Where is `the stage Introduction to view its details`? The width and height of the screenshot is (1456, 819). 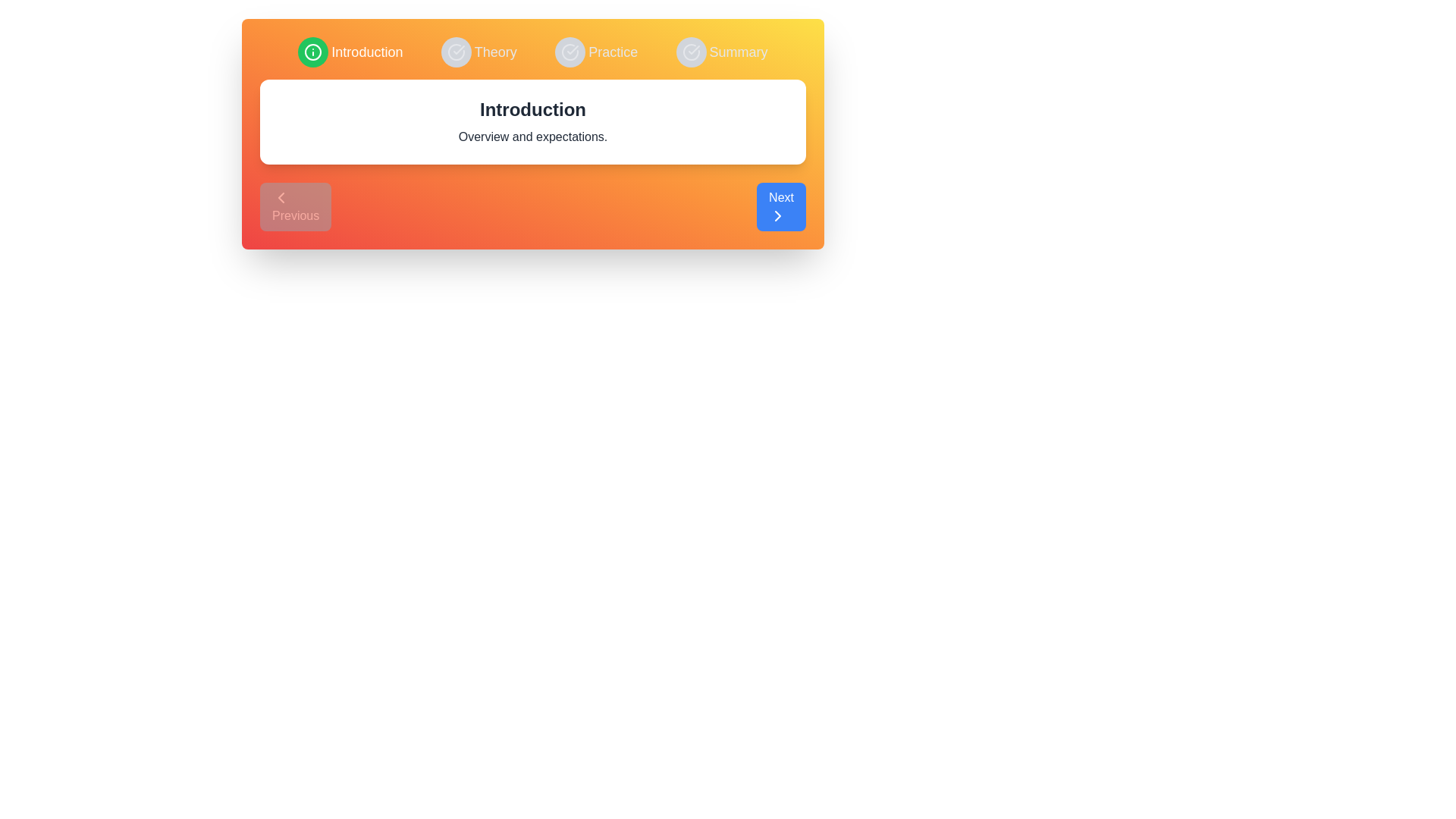
the stage Introduction to view its details is located at coordinates (350, 52).